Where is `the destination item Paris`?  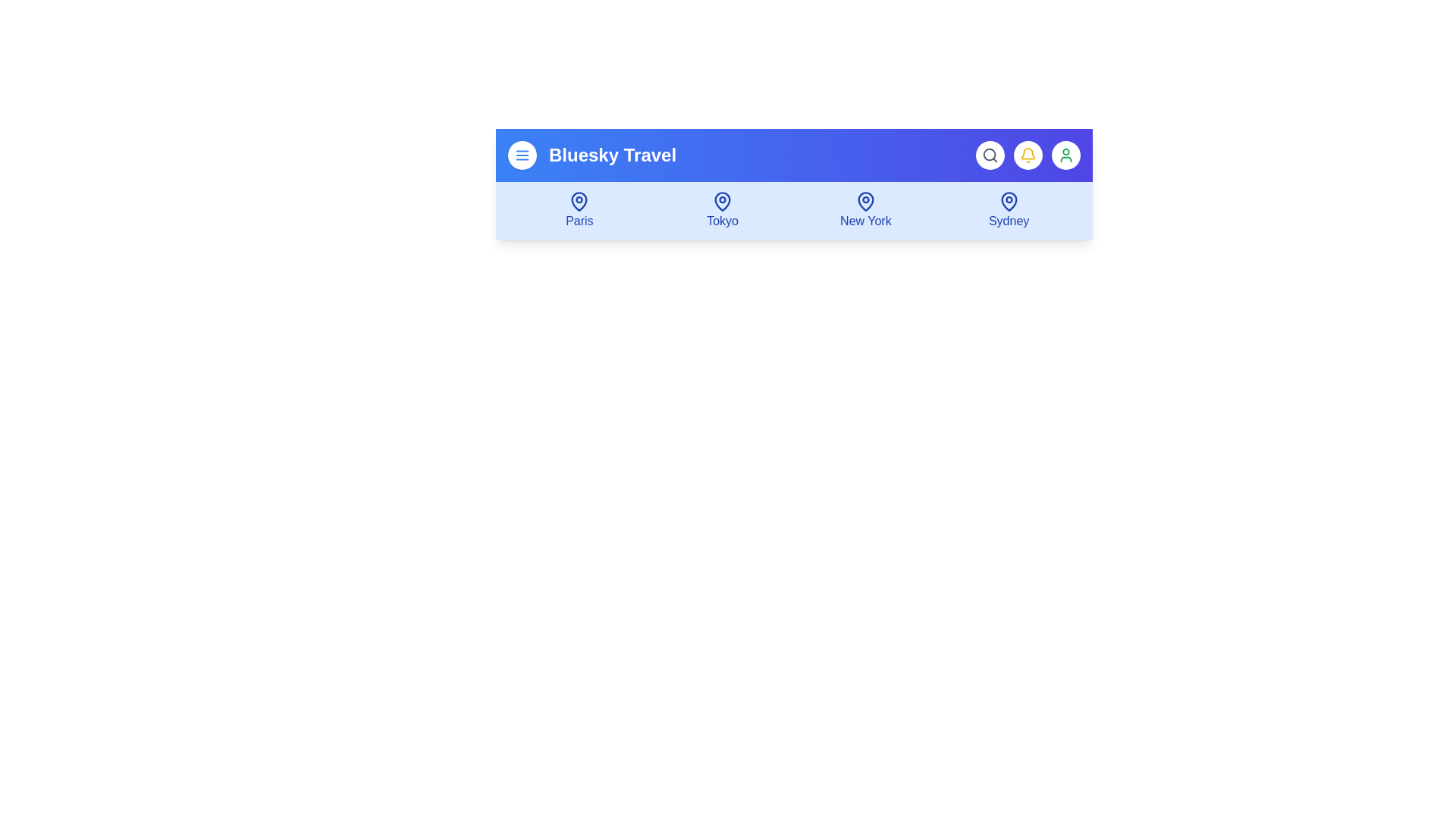
the destination item Paris is located at coordinates (579, 210).